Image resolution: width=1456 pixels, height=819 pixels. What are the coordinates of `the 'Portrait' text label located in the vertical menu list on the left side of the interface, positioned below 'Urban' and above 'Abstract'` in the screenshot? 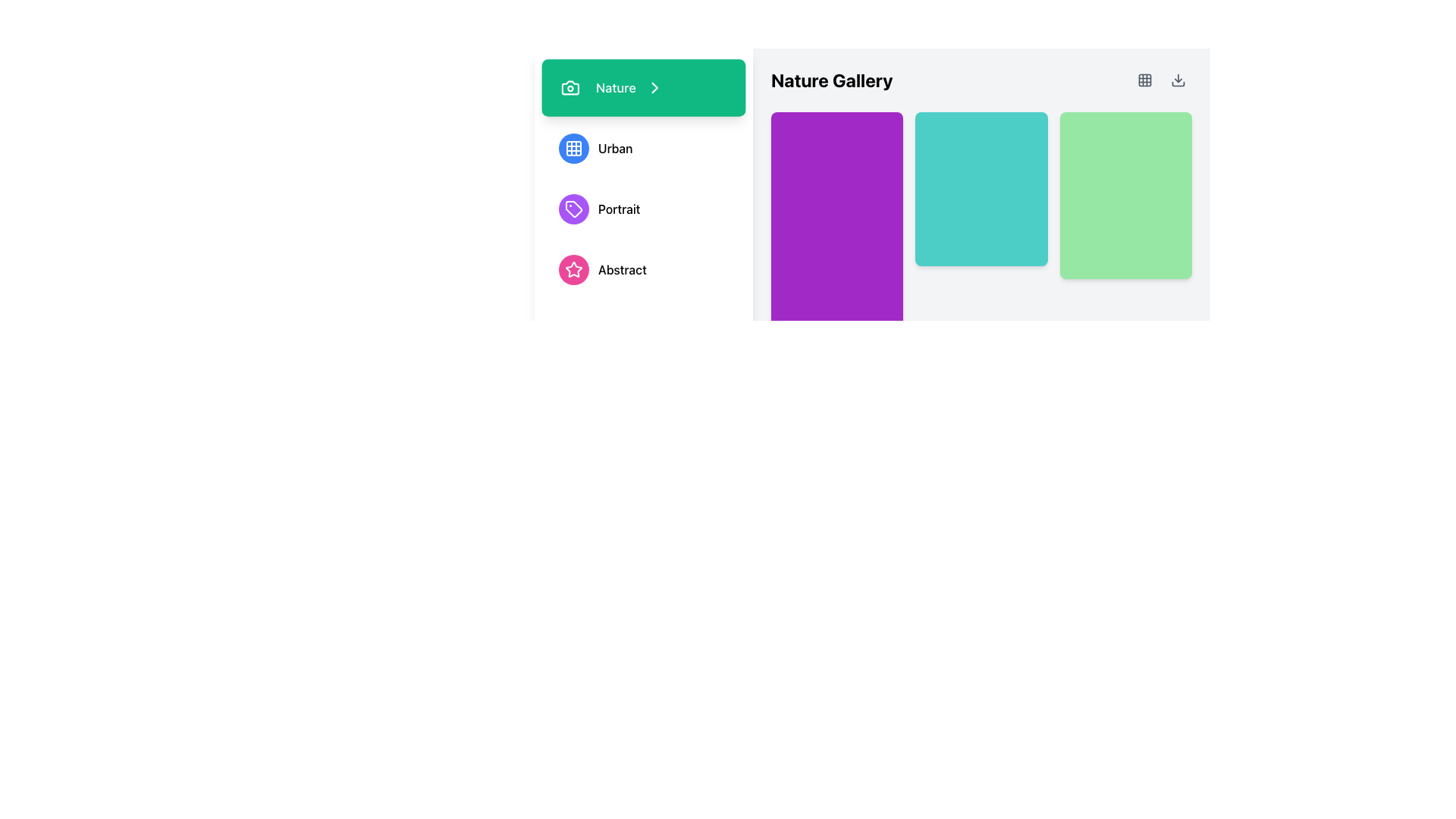 It's located at (619, 209).